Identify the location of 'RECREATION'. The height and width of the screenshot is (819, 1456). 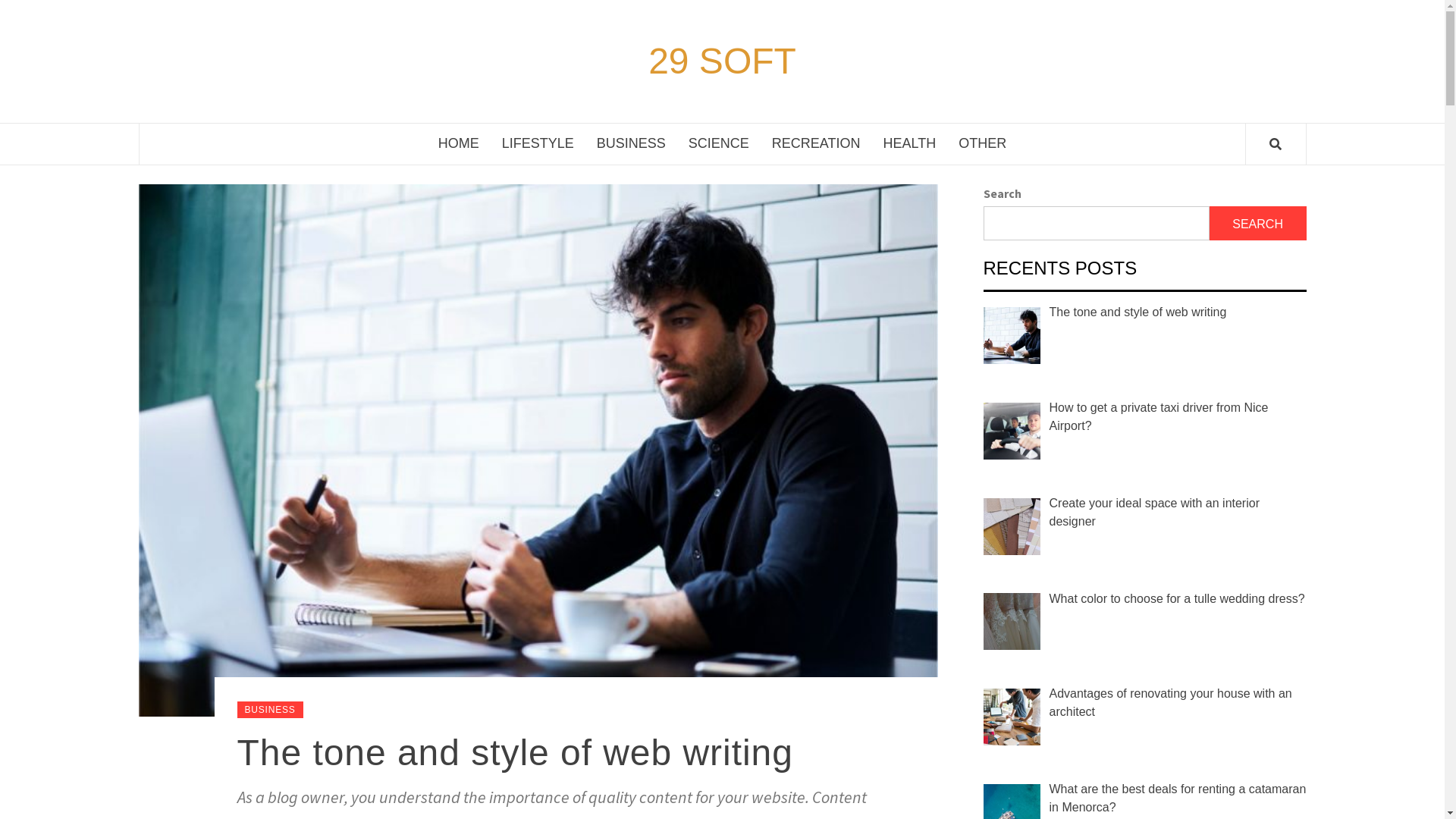
(815, 143).